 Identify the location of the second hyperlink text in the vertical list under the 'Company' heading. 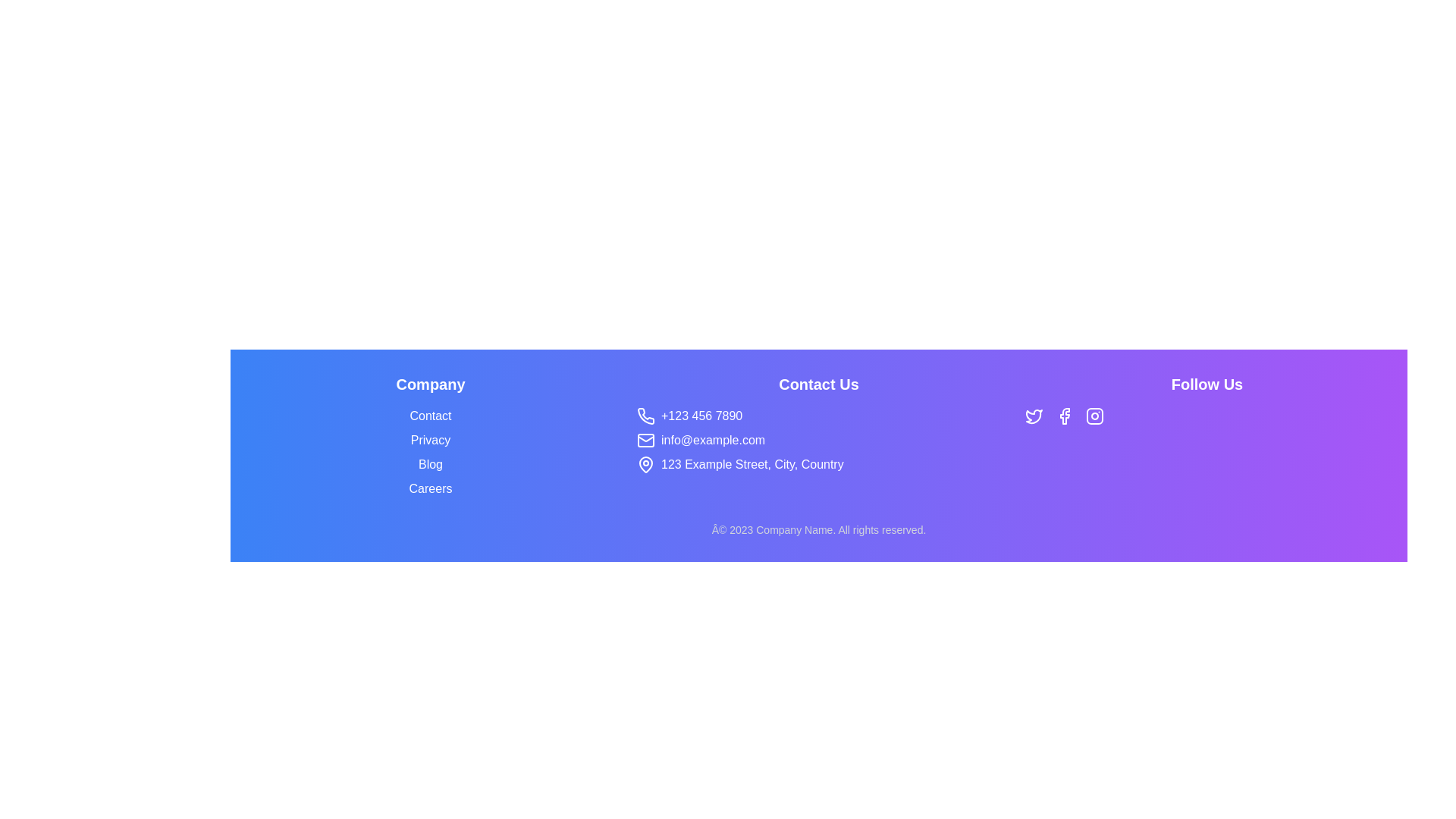
(429, 441).